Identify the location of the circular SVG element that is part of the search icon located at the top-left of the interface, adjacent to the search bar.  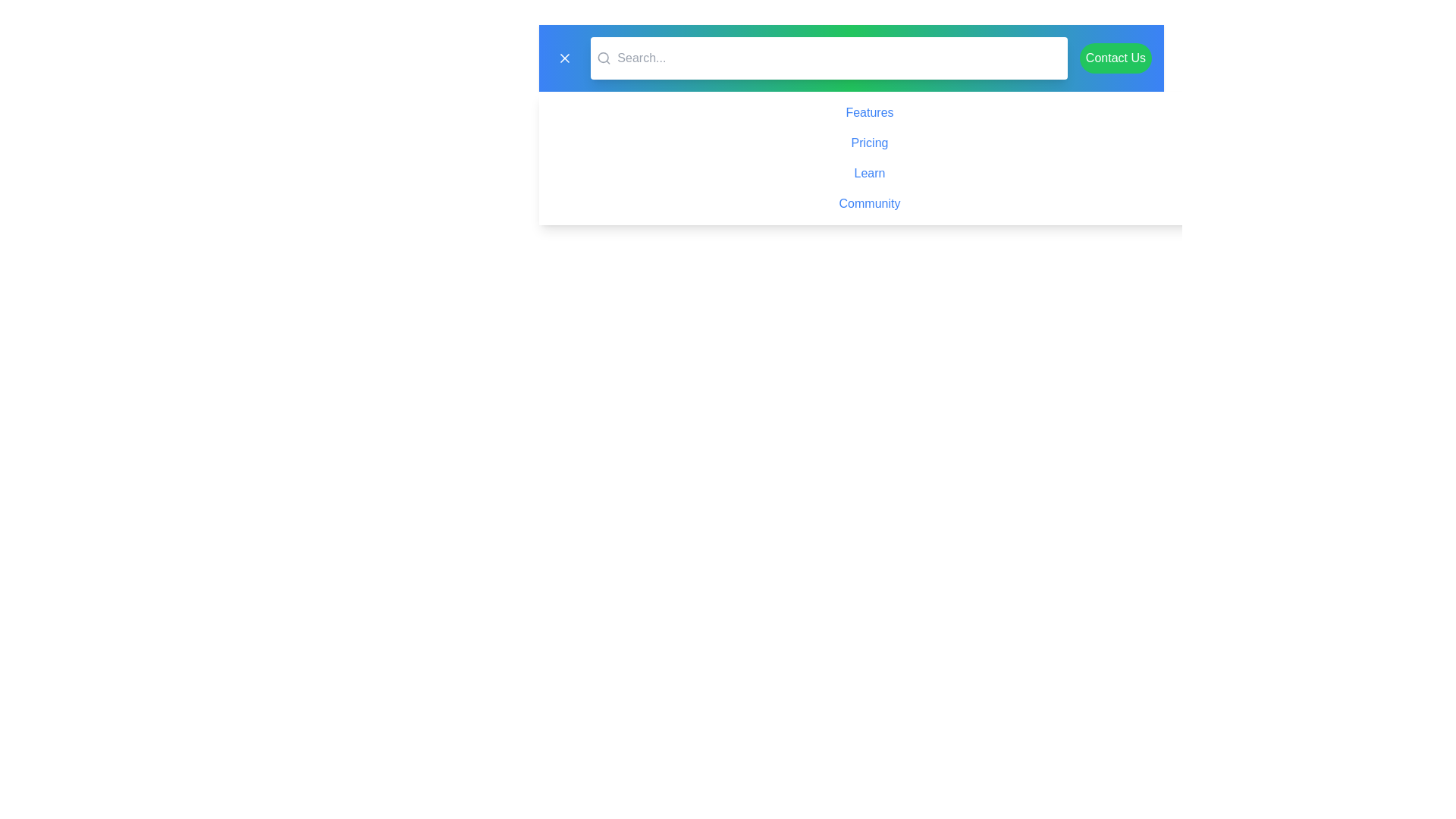
(602, 57).